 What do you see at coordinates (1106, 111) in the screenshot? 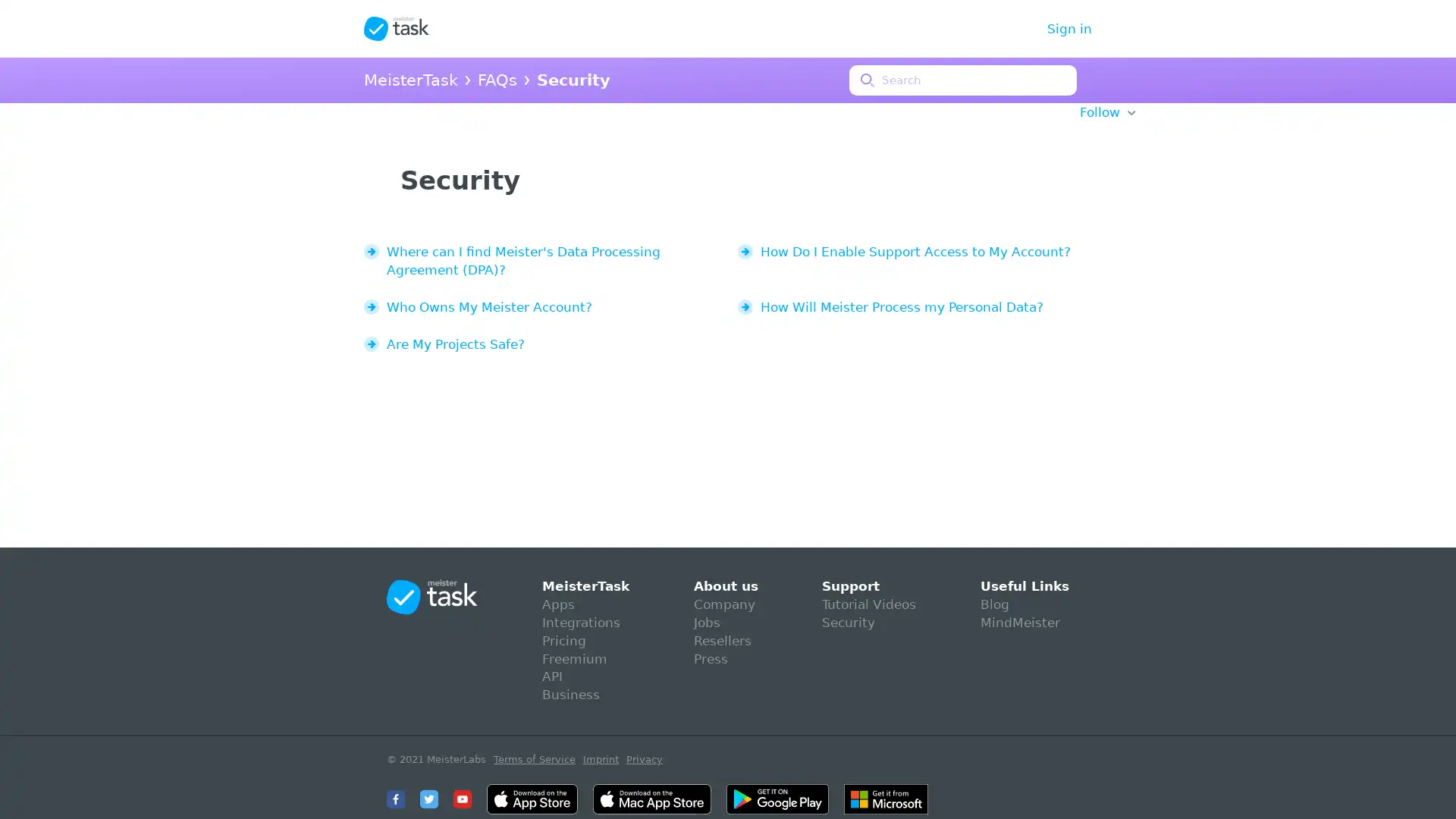
I see `Follow` at bounding box center [1106, 111].